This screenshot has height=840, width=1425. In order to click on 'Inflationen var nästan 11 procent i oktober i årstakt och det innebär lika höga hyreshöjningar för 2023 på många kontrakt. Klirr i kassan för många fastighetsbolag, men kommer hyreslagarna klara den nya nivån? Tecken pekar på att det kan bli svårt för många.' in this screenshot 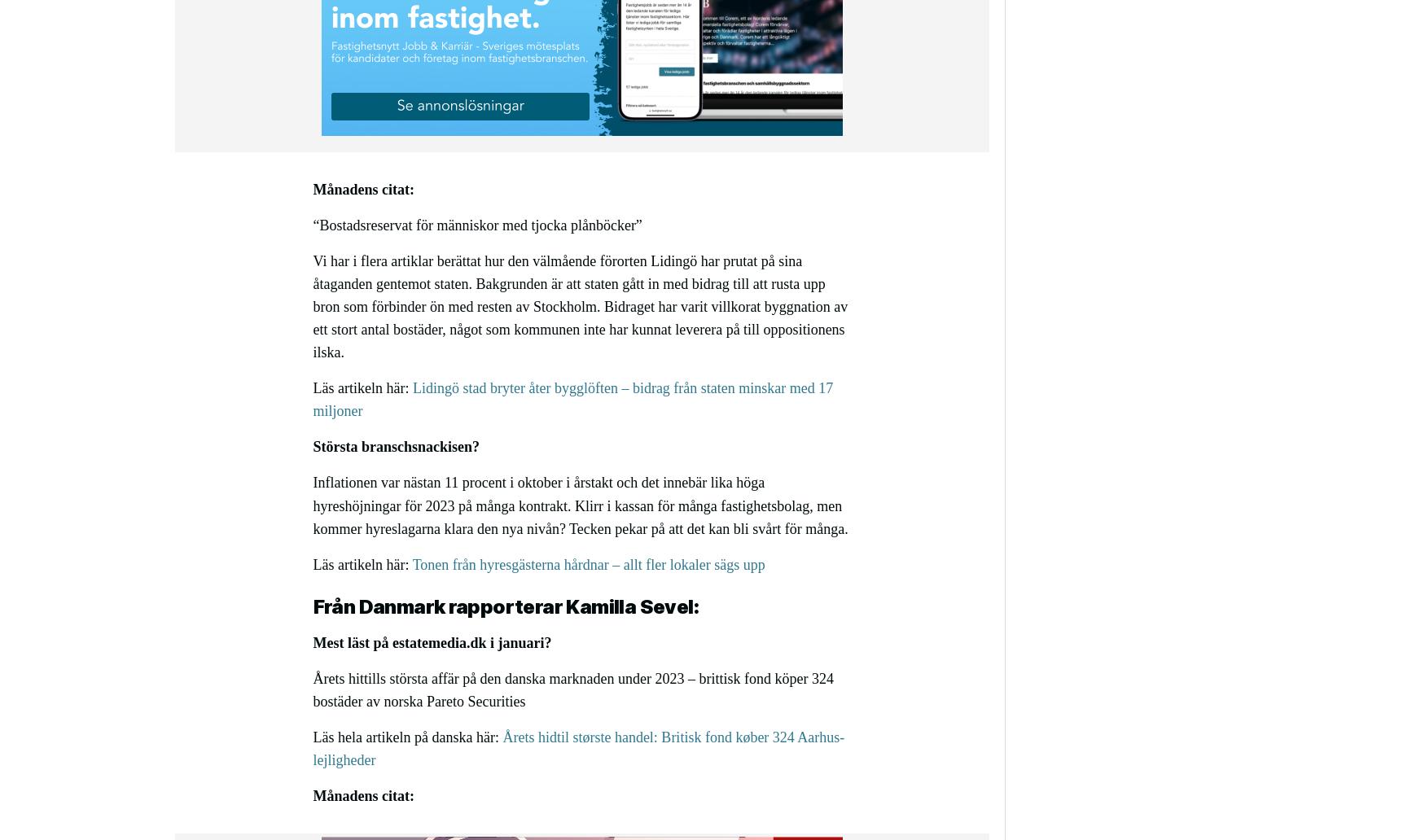, I will do `click(580, 505)`.